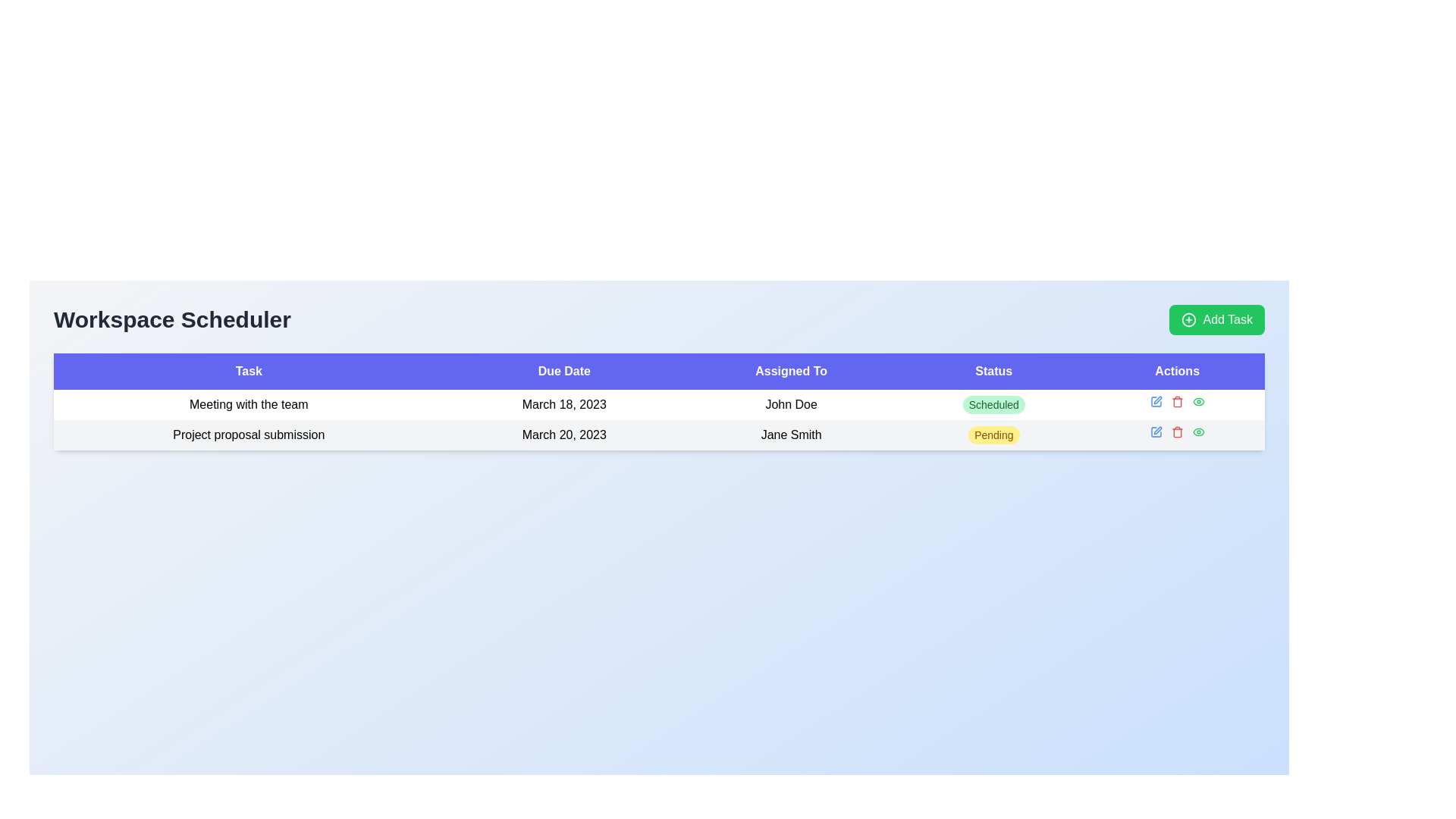 This screenshot has width=1456, height=819. What do you see at coordinates (1155, 400) in the screenshot?
I see `the pen icon button located in the 'Actions' column of the second row in the table to initiate editing` at bounding box center [1155, 400].